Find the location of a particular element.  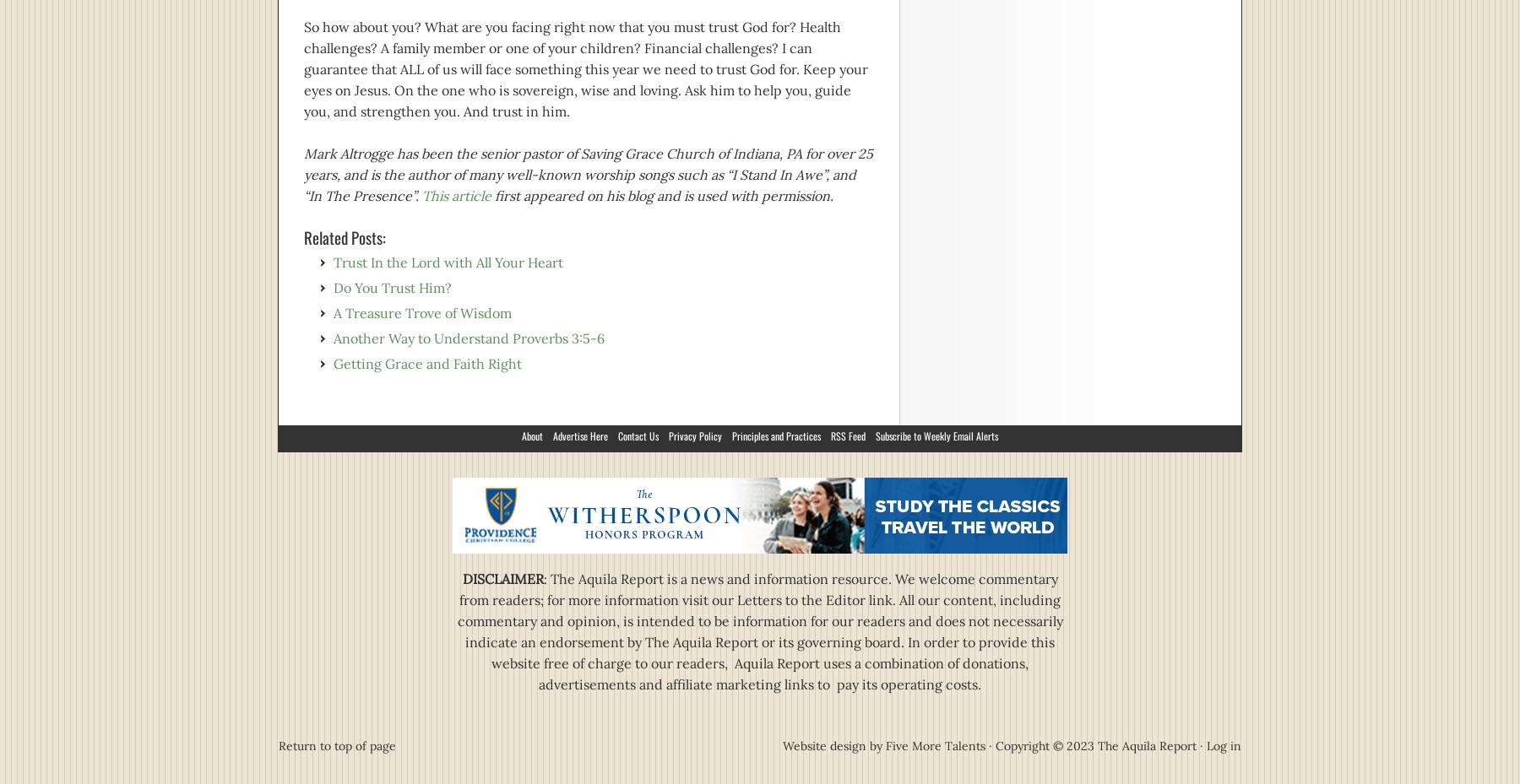

'Getting Grace and Faith Right' is located at coordinates (426, 362).